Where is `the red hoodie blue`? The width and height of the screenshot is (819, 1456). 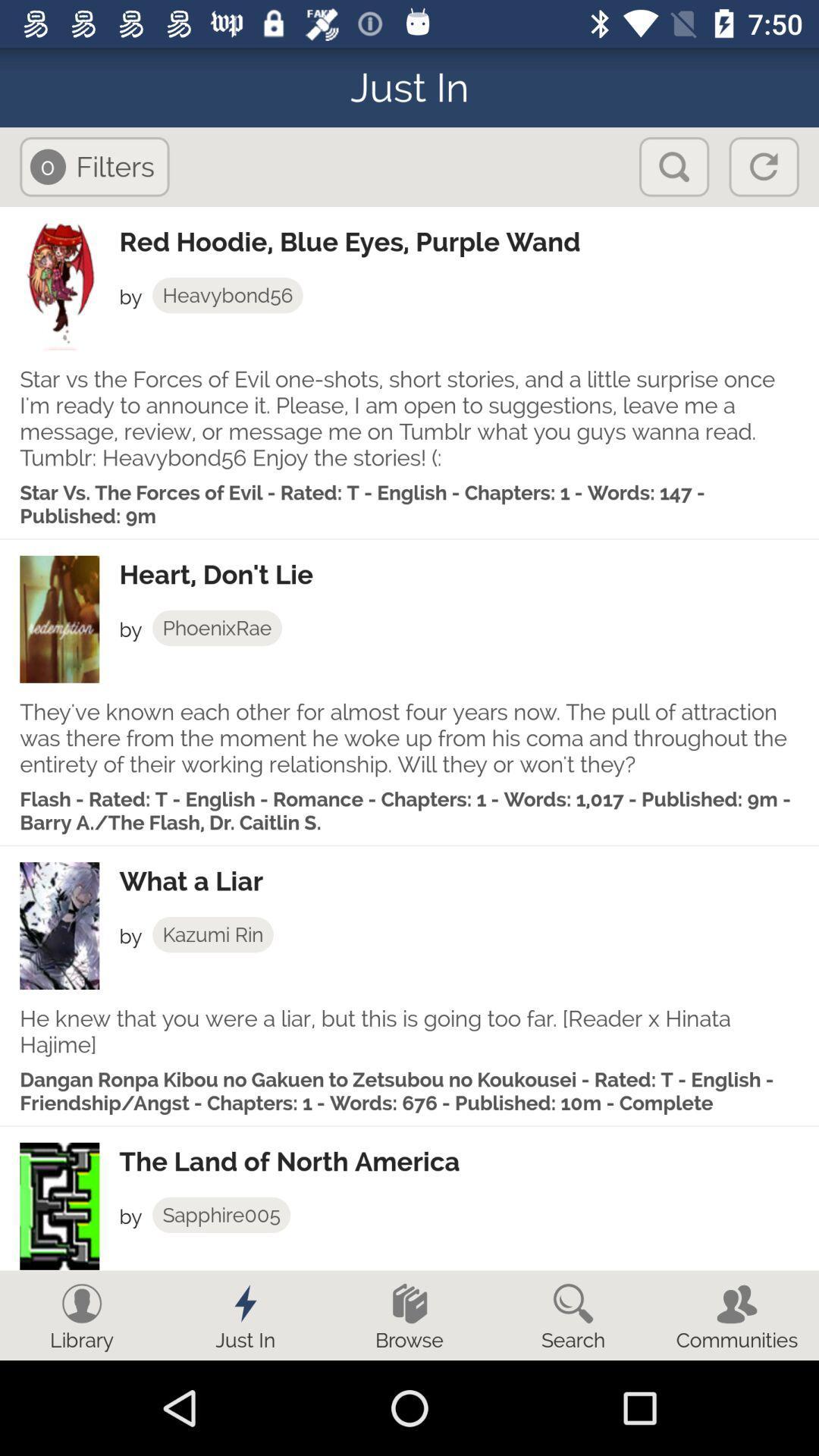
the red hoodie blue is located at coordinates (468, 241).